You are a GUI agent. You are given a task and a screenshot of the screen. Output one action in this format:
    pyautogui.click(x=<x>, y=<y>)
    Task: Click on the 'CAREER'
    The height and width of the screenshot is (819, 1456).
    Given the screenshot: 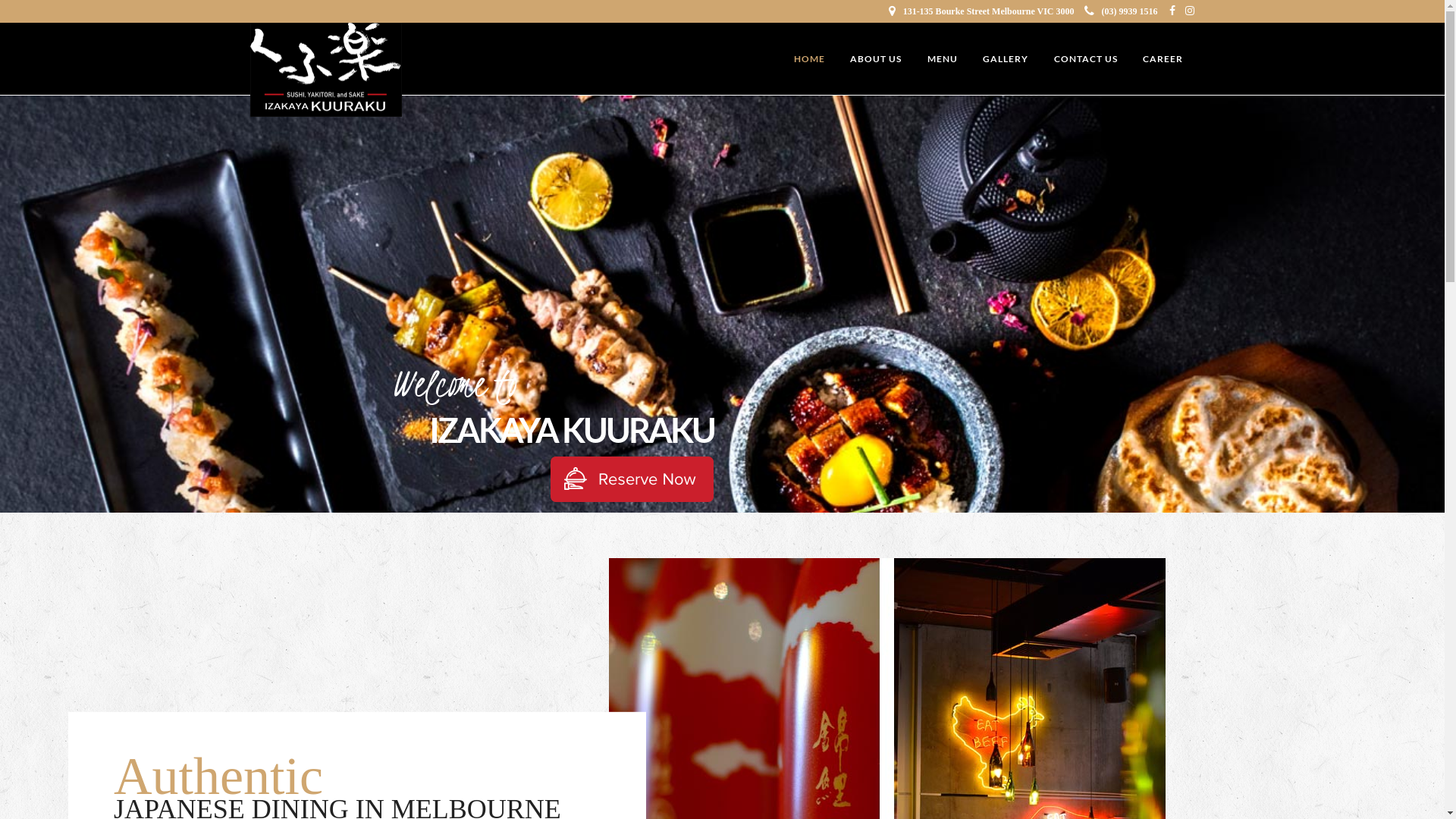 What is the action you would take?
    pyautogui.click(x=1162, y=58)
    